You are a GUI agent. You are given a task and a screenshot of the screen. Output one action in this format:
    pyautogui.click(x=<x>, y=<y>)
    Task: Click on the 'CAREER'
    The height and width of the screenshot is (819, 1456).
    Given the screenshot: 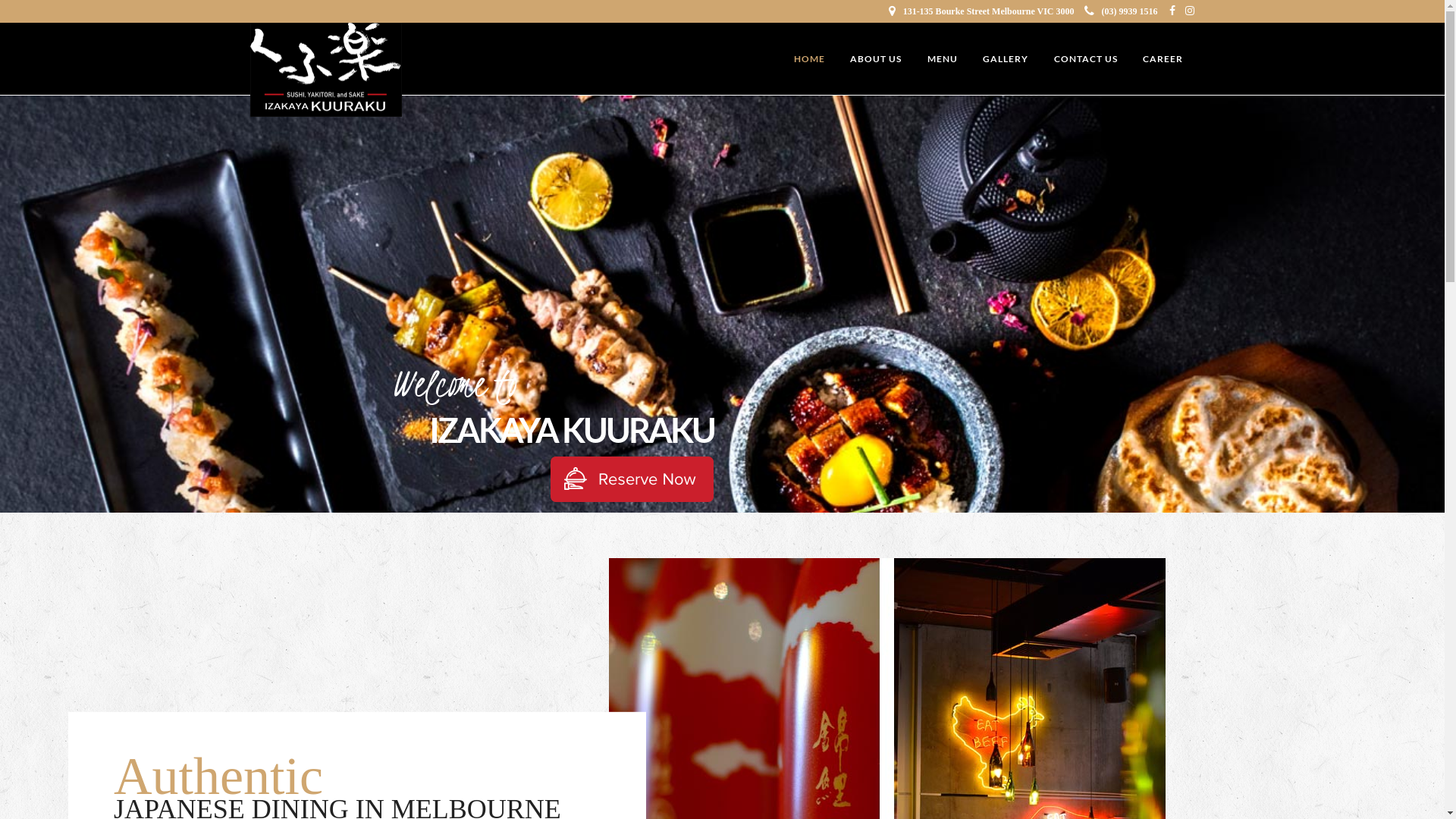 What is the action you would take?
    pyautogui.click(x=1162, y=58)
    